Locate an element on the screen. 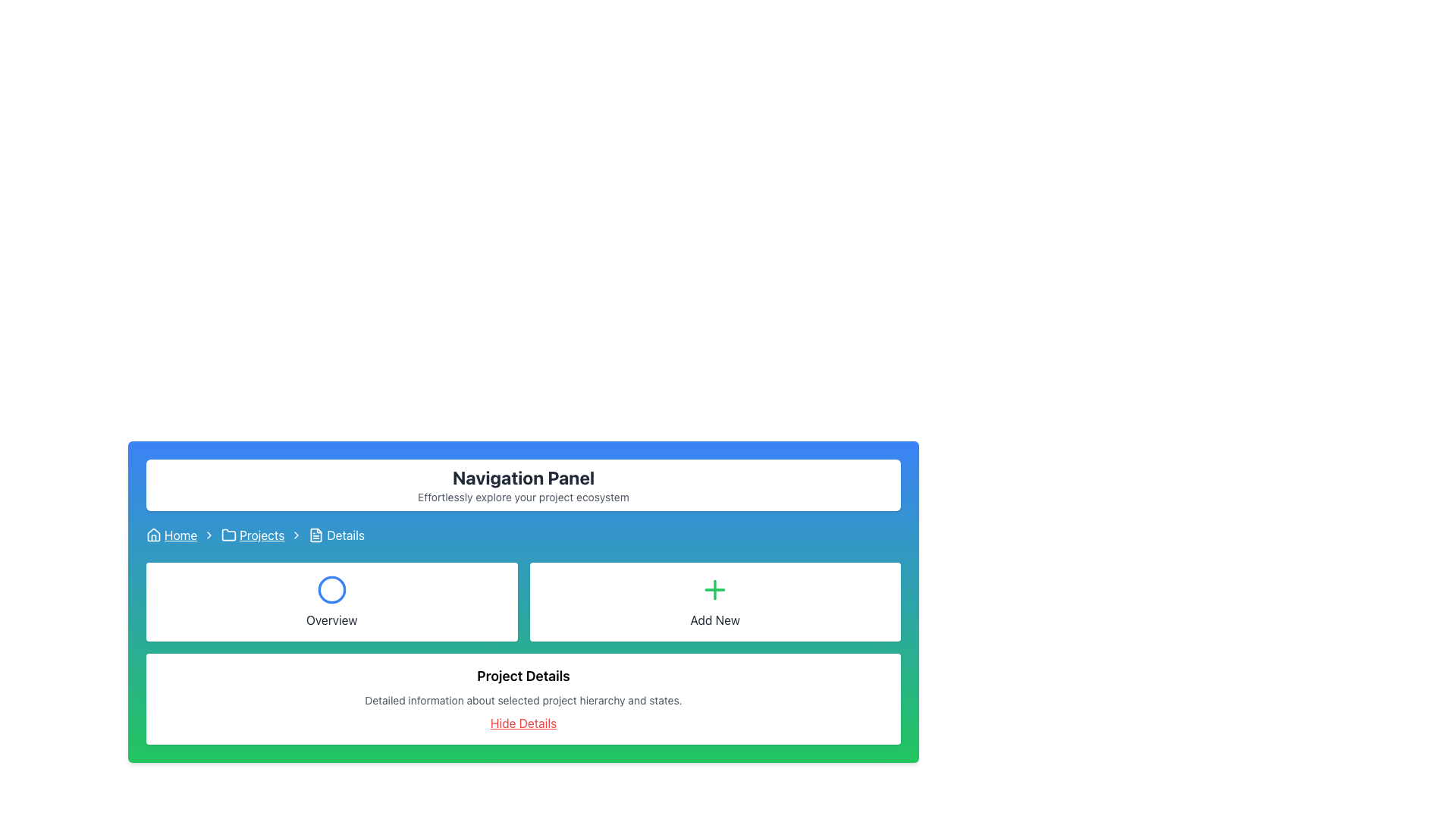  the hyperlink with an accompanying icon in the breadcrumb navigation located at the top-left corner, which allows users is located at coordinates (171, 534).